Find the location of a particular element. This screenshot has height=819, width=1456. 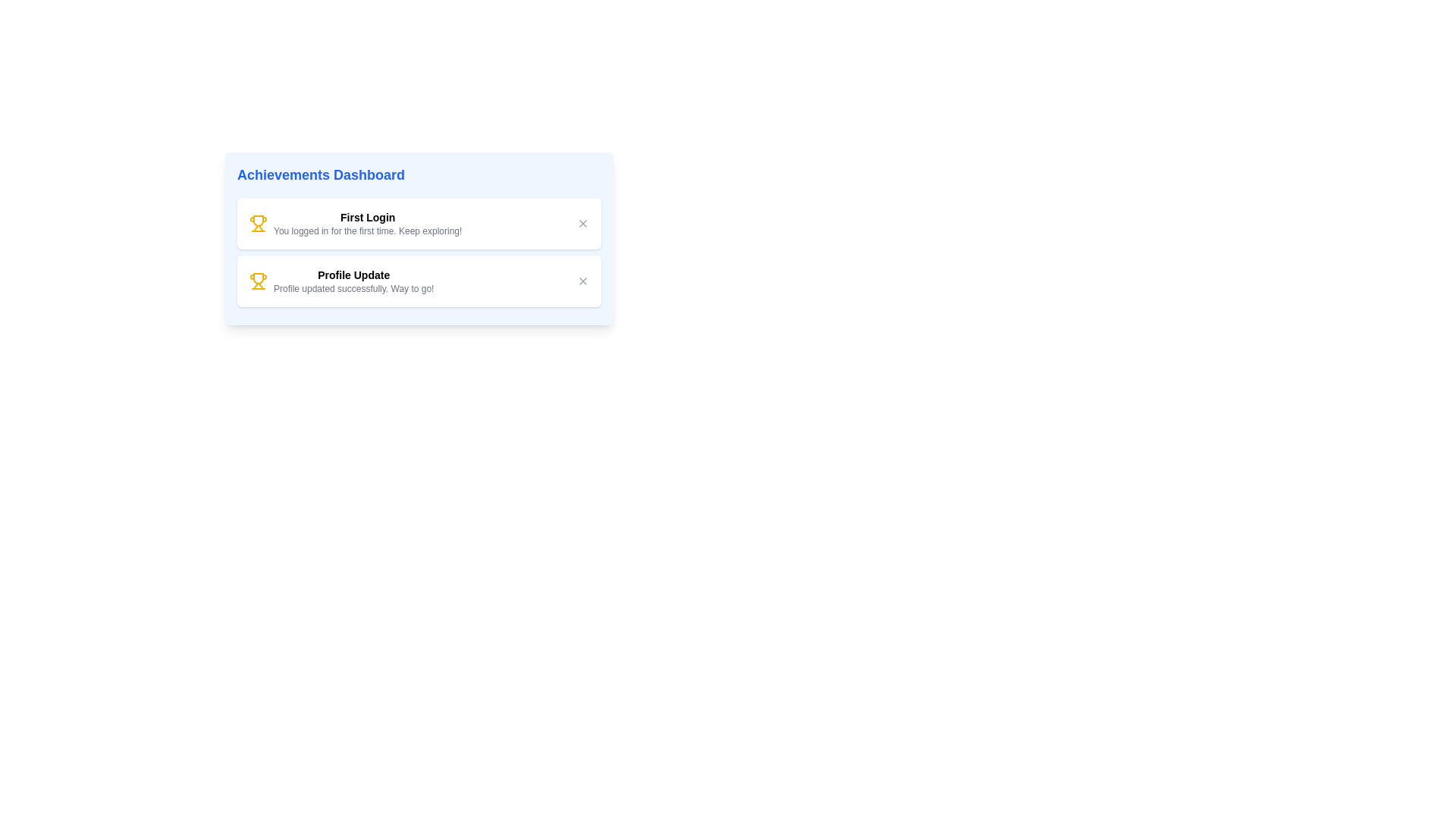

the Decorative Icon located on the left side of the 'Profile Update' section in the Achievements Dashboard, which signifies 'Profile Update' is located at coordinates (258, 223).